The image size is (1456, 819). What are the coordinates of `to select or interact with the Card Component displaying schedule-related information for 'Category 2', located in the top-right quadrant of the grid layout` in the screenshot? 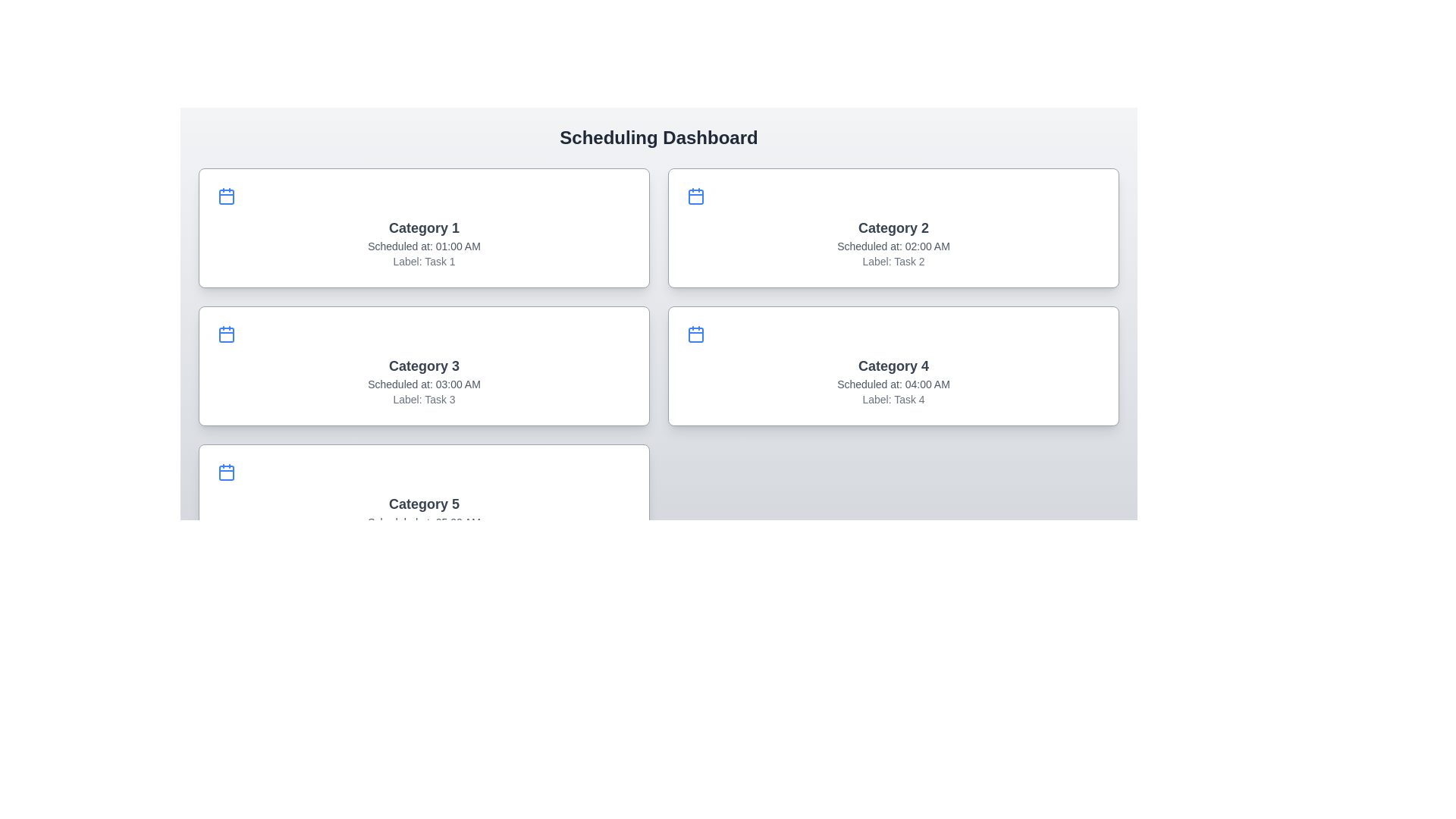 It's located at (893, 227).